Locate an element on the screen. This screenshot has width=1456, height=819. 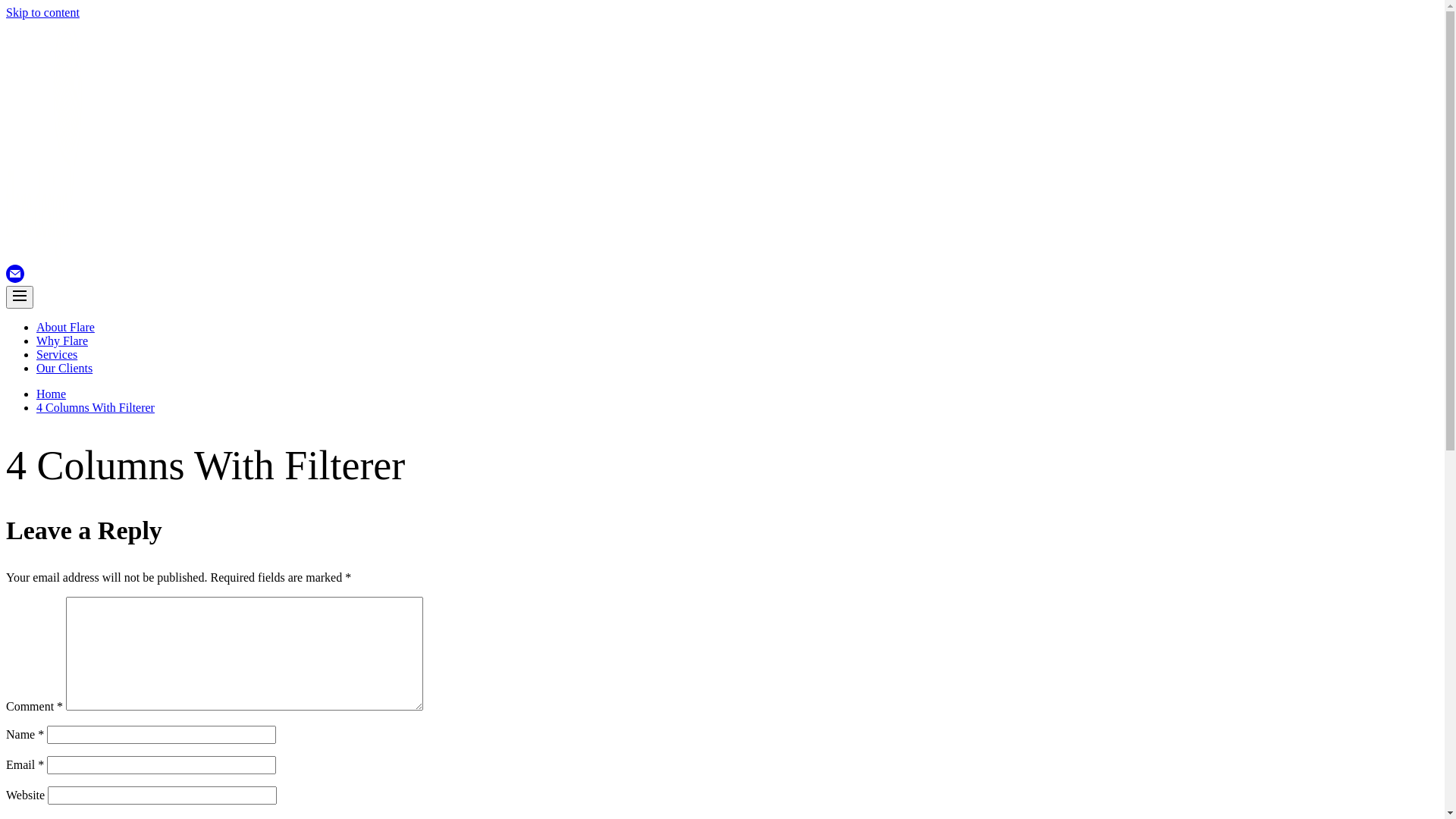
'4 Columns With Filterer' is located at coordinates (94, 406).